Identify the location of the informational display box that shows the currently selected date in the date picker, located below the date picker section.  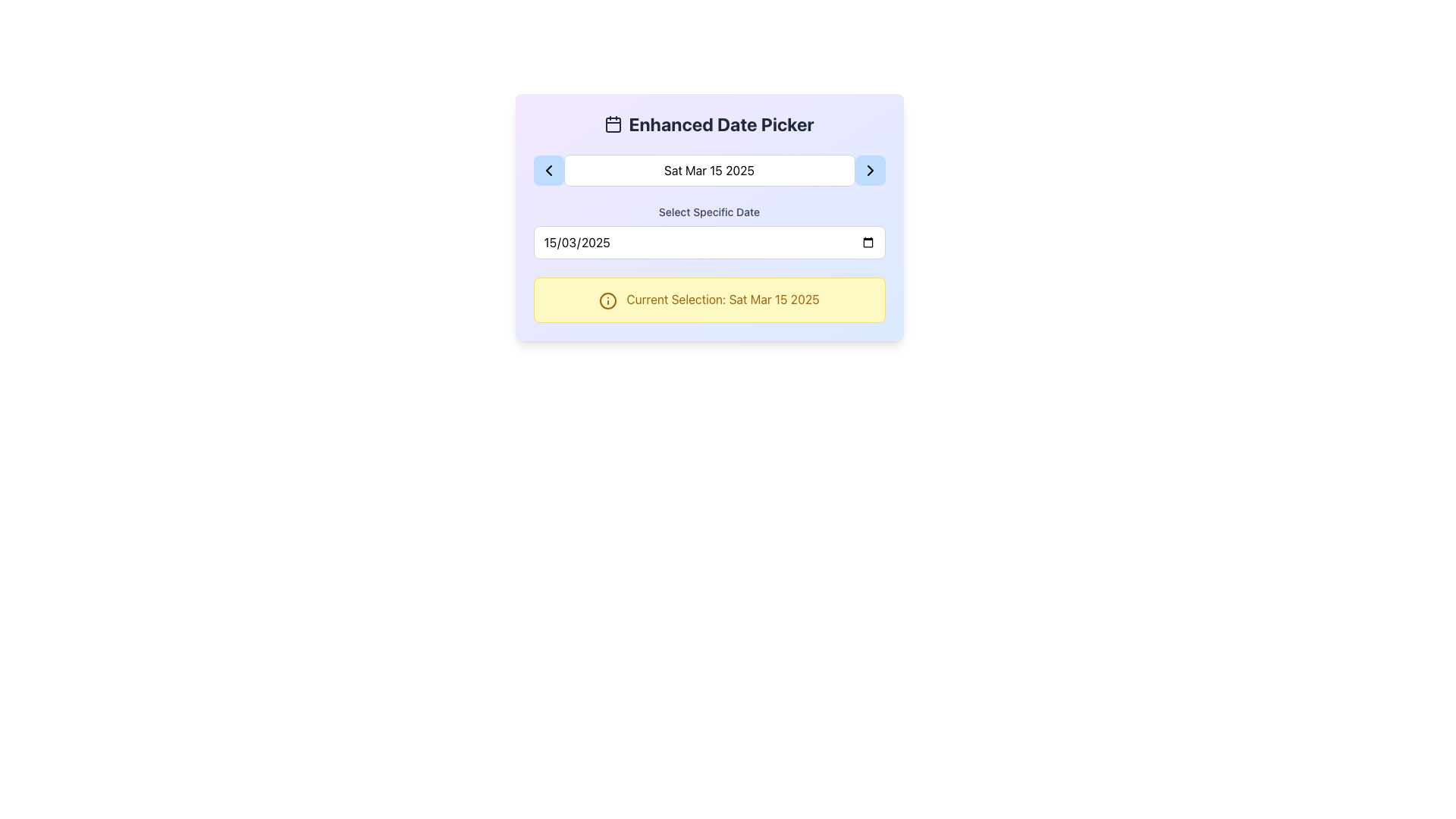
(708, 300).